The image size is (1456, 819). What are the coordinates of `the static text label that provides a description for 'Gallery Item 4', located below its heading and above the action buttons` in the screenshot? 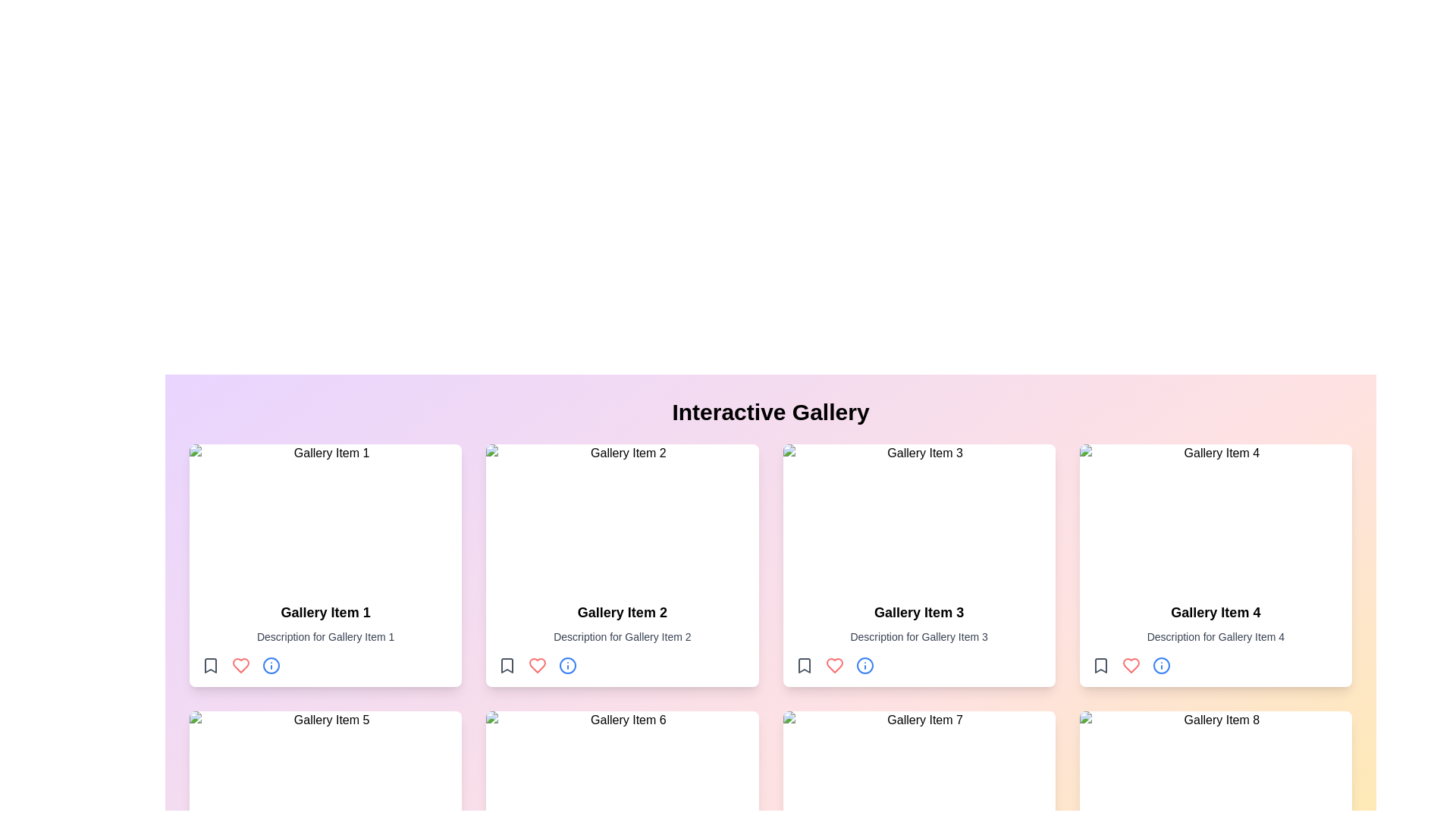 It's located at (1216, 637).